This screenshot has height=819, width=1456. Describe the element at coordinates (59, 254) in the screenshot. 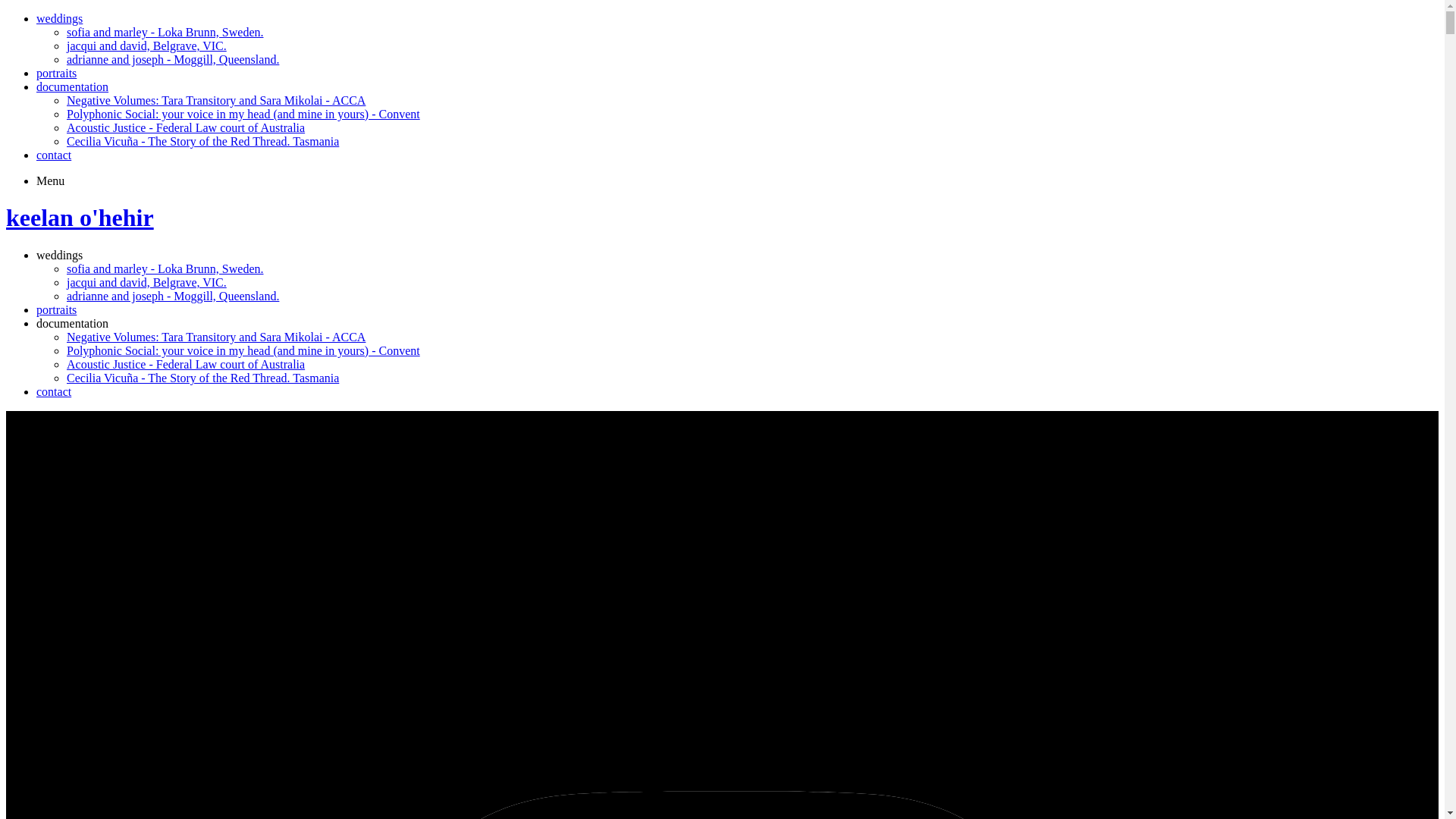

I see `'weddings'` at that location.